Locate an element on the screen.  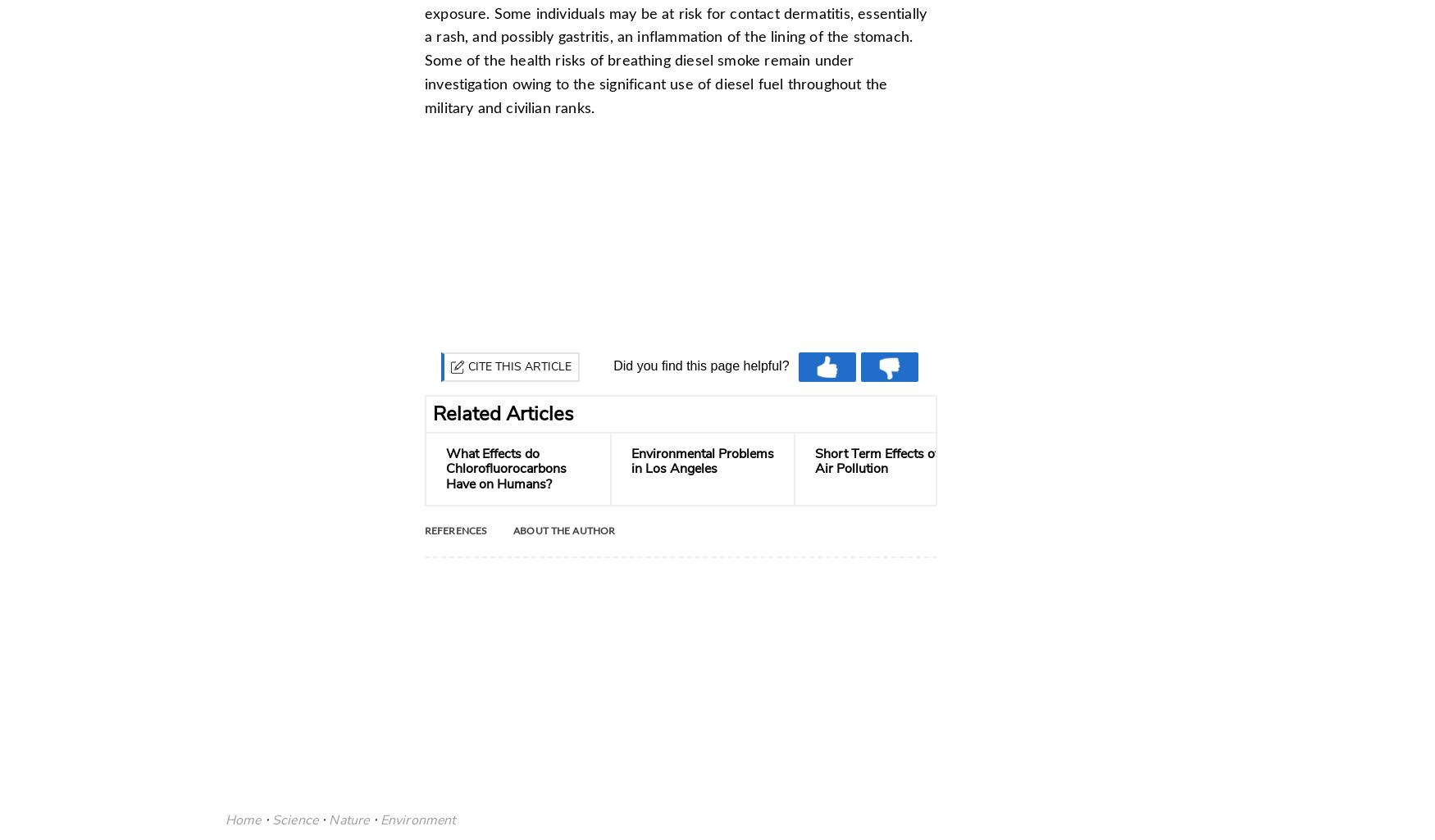
'Difference Between Industrial Smog & Photochemical...' is located at coordinates (1238, 469).